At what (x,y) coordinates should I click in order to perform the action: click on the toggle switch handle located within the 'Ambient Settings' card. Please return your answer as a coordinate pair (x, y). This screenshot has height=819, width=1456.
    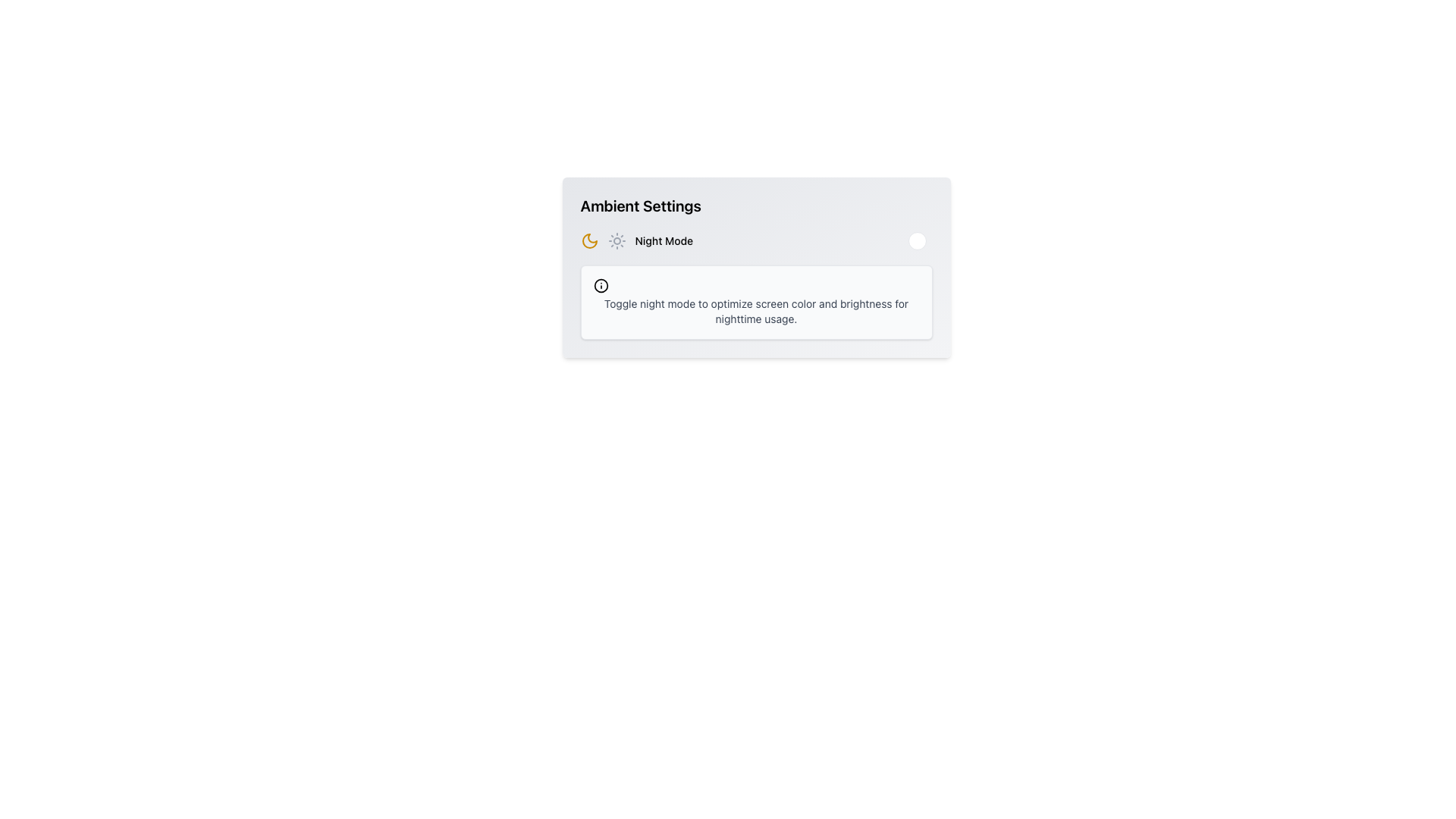
    Looking at the image, I should click on (916, 240).